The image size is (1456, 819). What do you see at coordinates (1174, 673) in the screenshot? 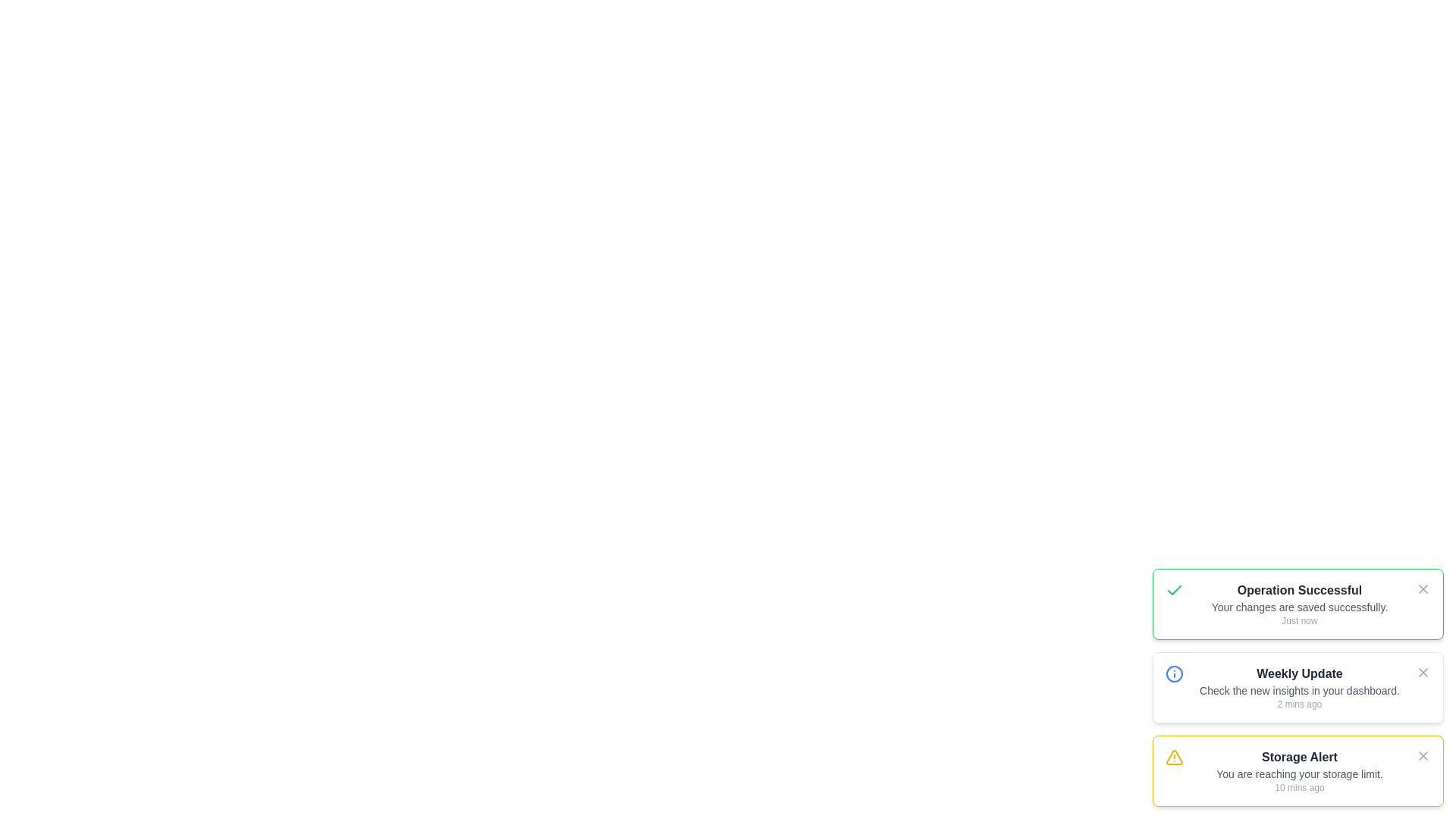
I see `the informational indication icon related to the 'Weekly Update' notification located in the top-left corner of the notification box` at bounding box center [1174, 673].